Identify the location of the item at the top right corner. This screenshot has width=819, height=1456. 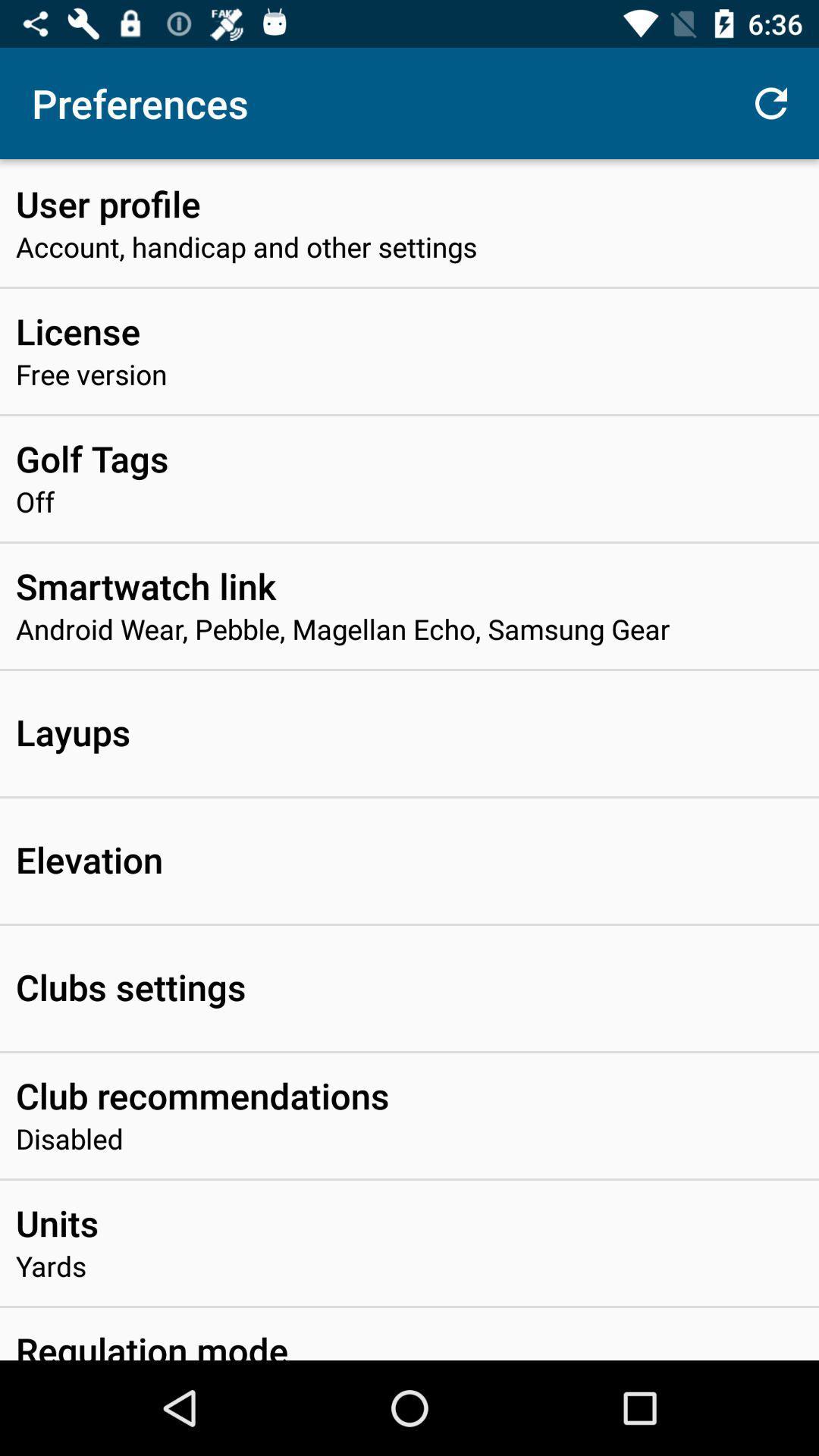
(771, 102).